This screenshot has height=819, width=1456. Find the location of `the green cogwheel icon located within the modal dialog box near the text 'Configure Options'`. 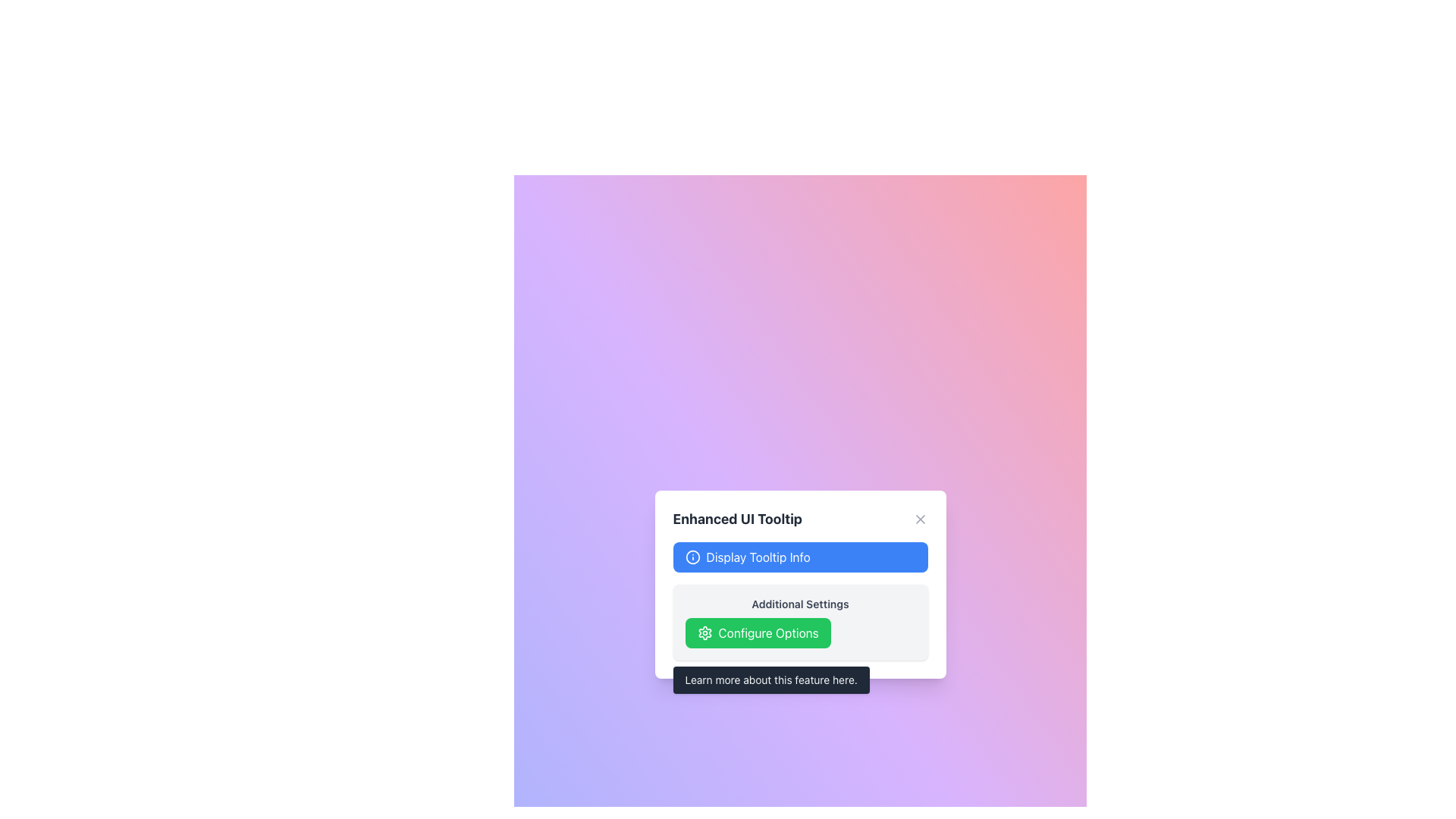

the green cogwheel icon located within the modal dialog box near the text 'Configure Options' is located at coordinates (704, 632).